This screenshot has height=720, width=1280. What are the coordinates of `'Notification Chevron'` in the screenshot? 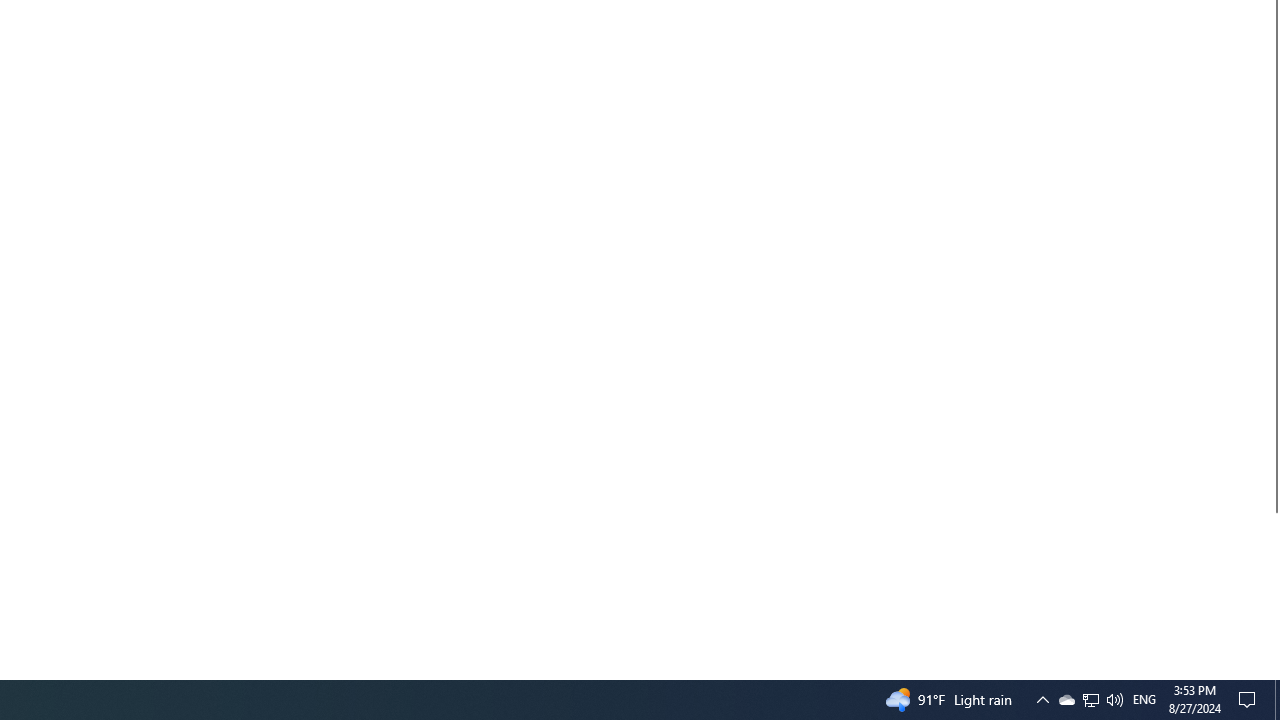 It's located at (1090, 698).